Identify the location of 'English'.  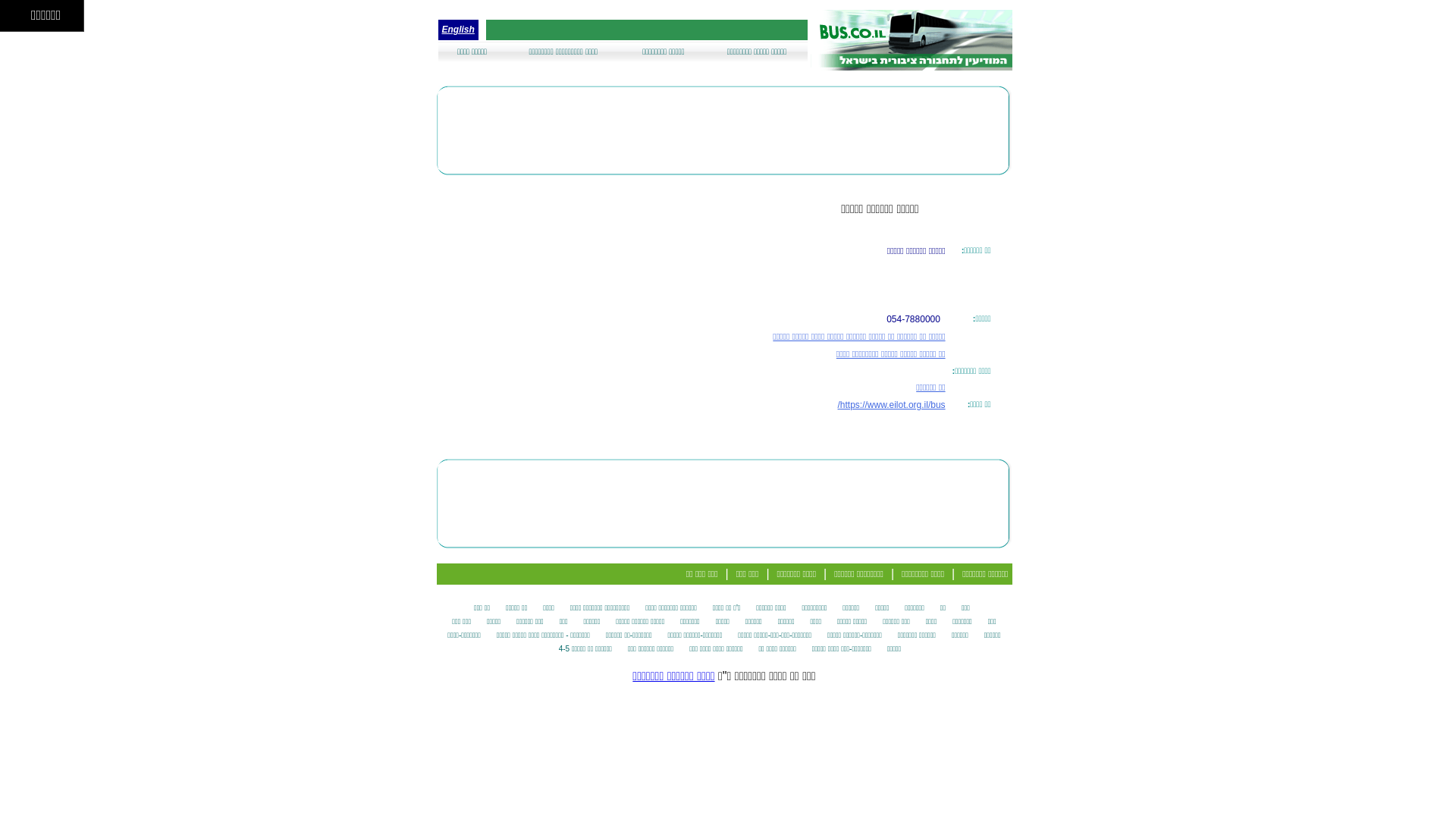
(457, 29).